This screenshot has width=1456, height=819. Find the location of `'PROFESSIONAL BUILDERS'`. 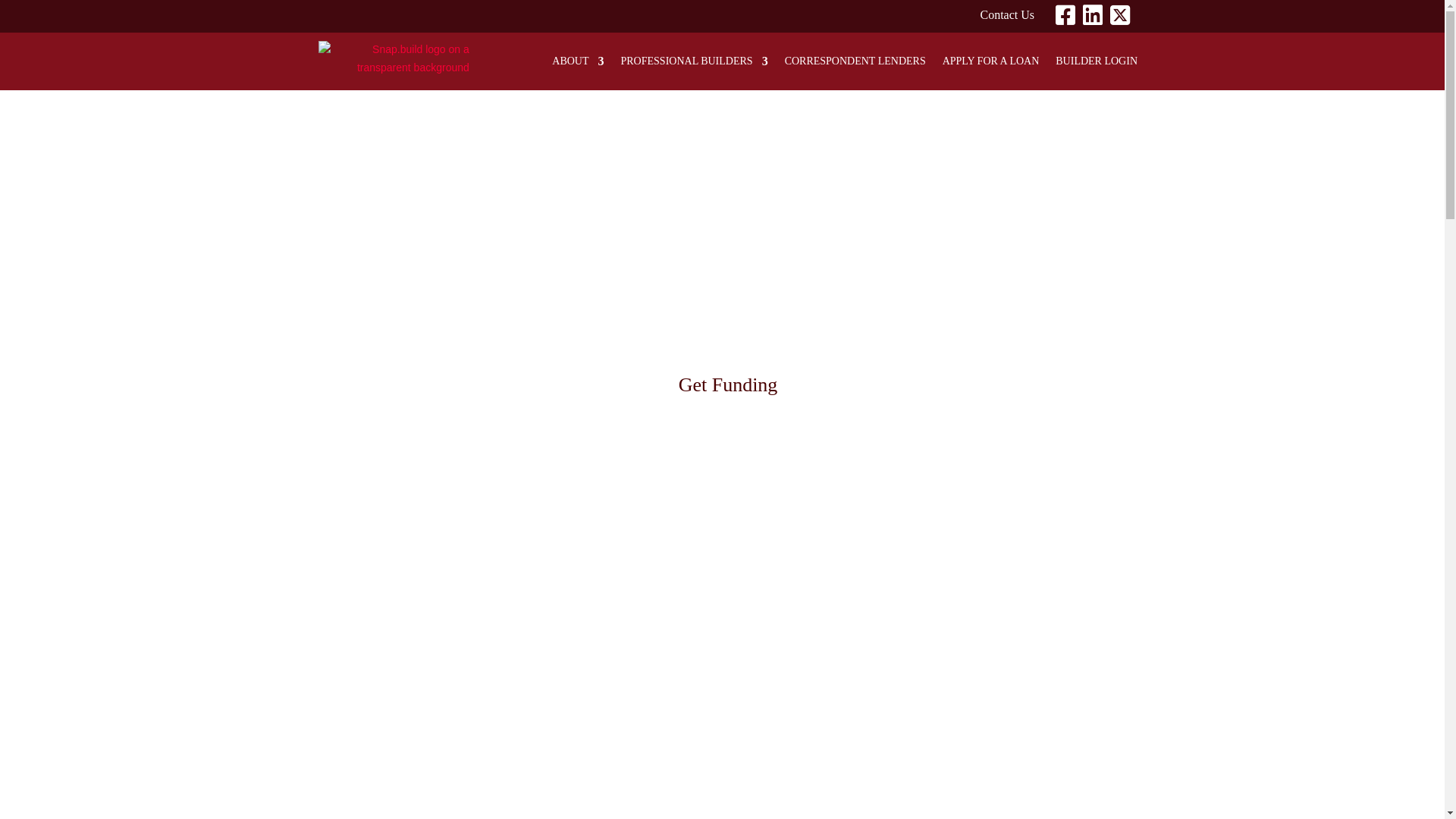

'PROFESSIONAL BUILDERS' is located at coordinates (620, 61).